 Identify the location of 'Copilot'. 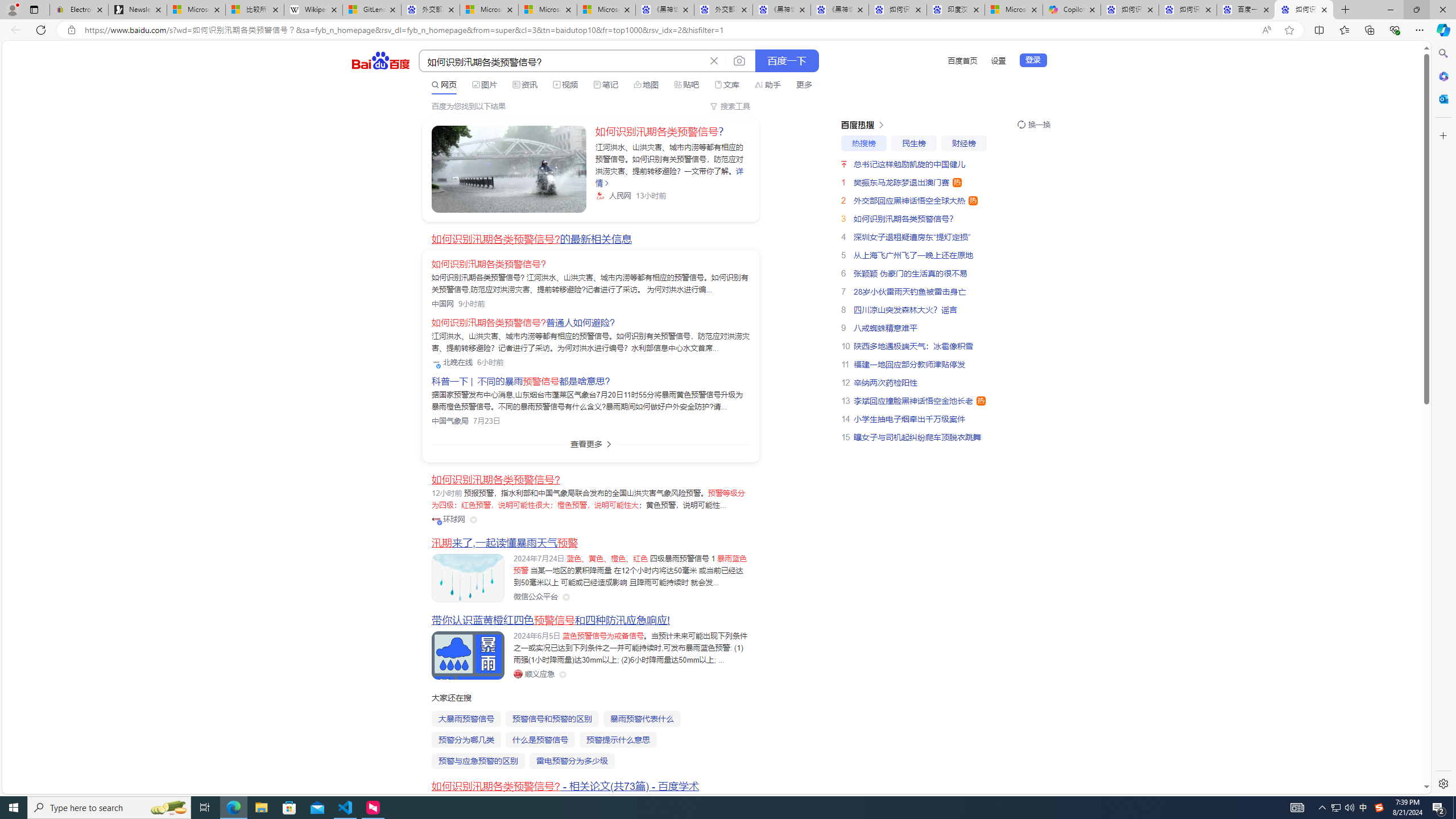
(1071, 9).